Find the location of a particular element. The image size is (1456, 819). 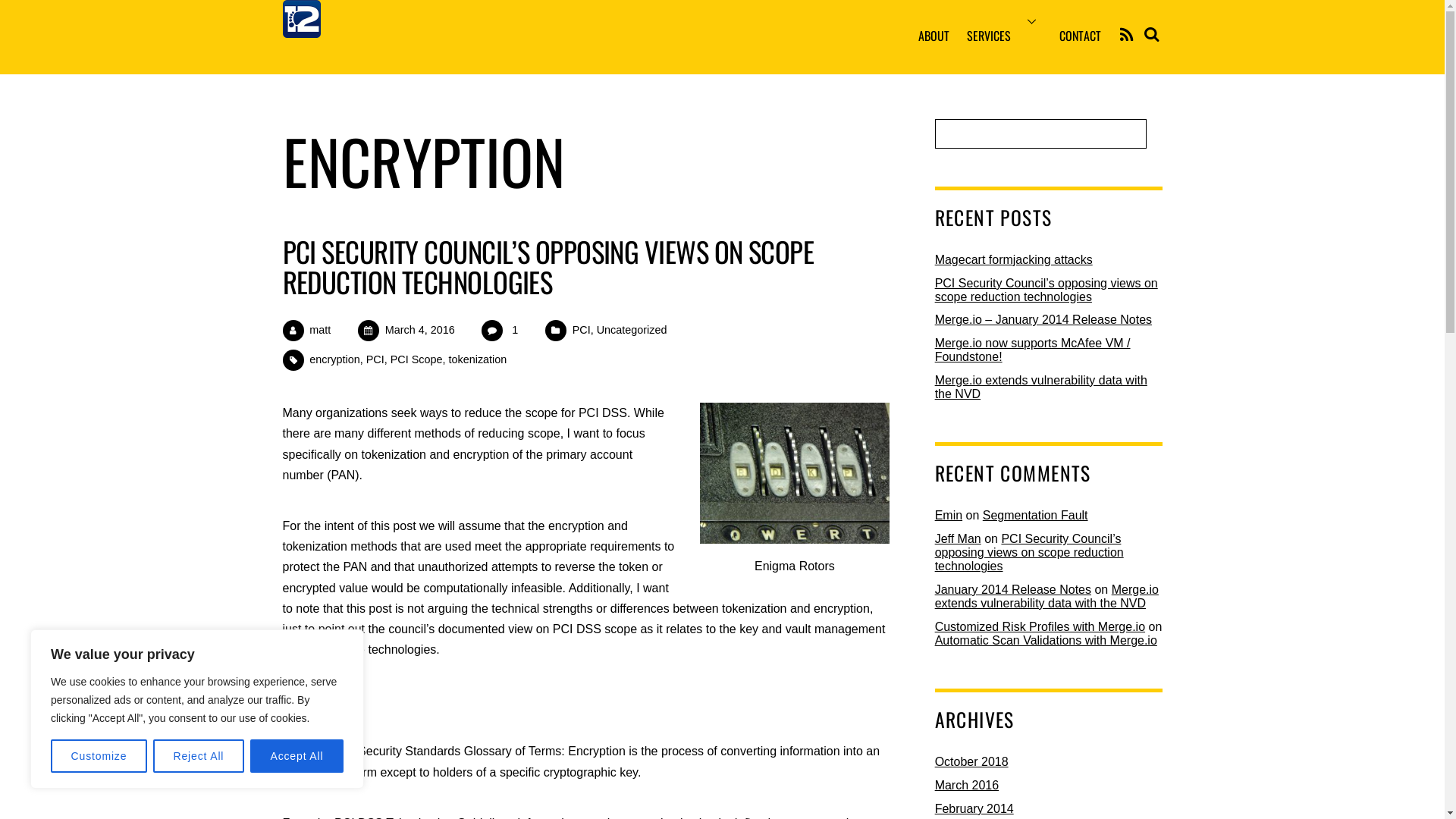

'Segmentation Fault' is located at coordinates (1034, 514).